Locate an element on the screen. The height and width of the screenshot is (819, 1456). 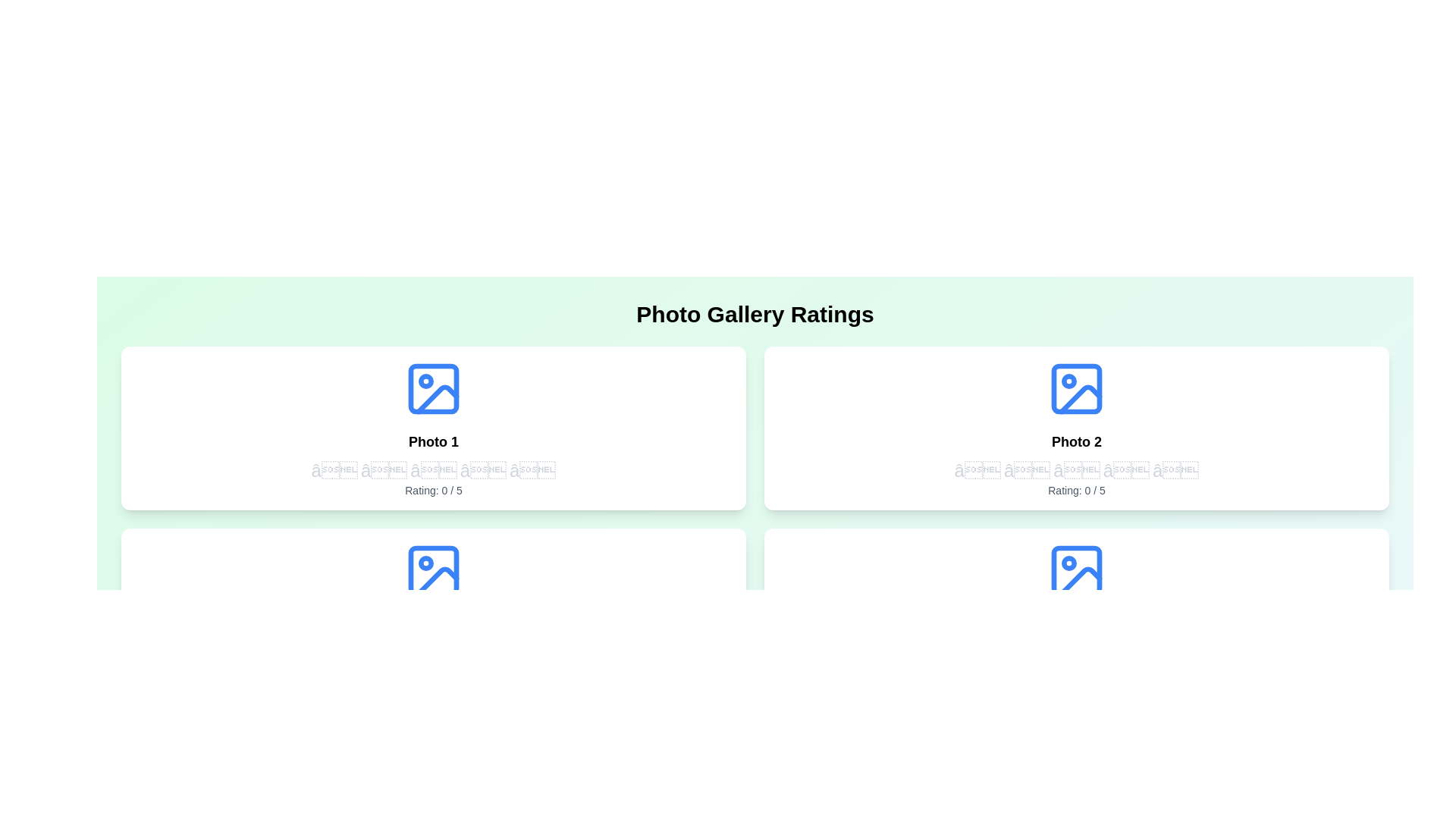
the rating of the first photo to 3 stars is located at coordinates (432, 470).